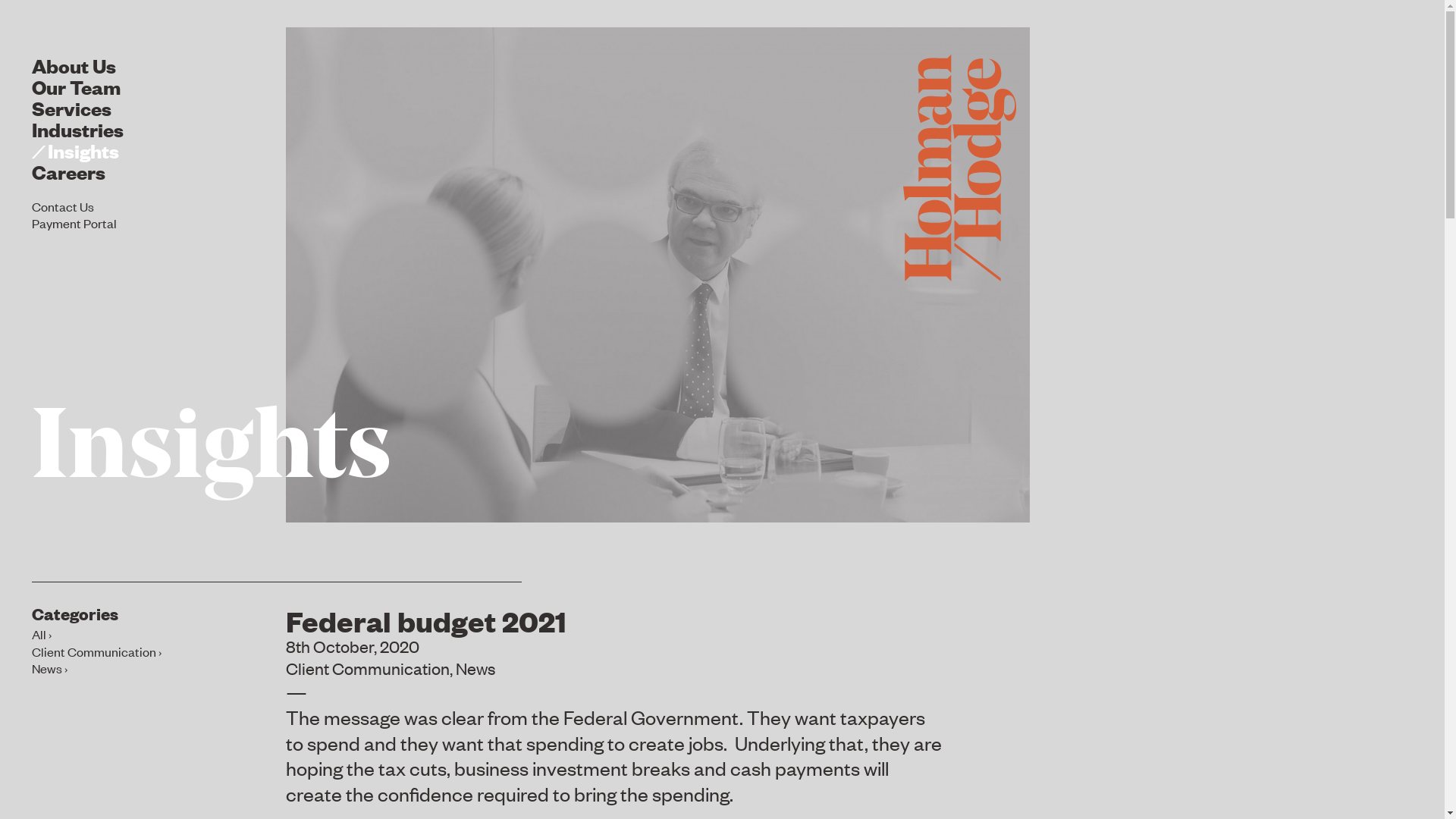 This screenshot has width=1456, height=819. Describe the element at coordinates (32, 222) in the screenshot. I see `'Payment Portal'` at that location.